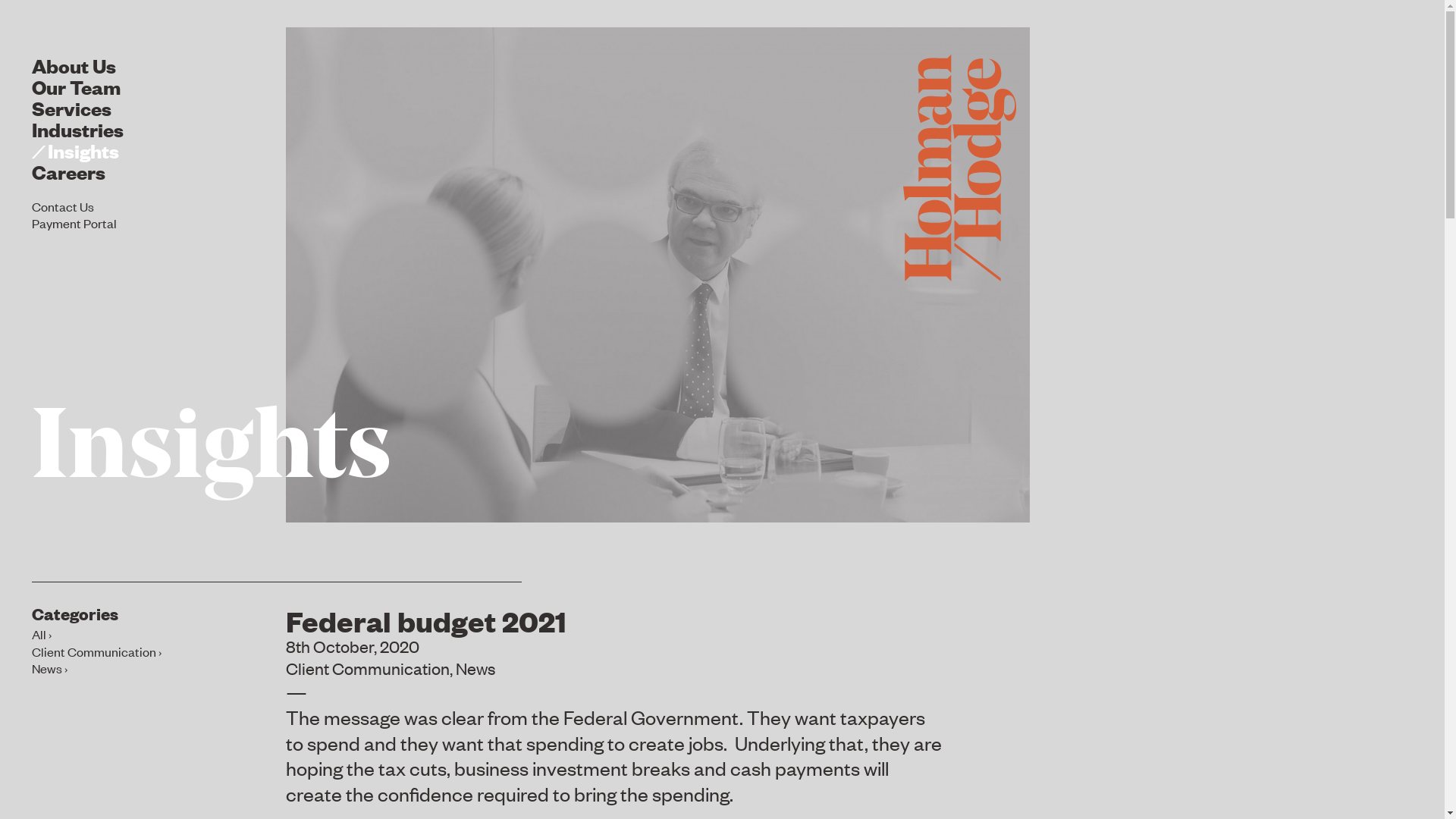 This screenshot has width=1456, height=819. Describe the element at coordinates (32, 222) in the screenshot. I see `'Payment Portal'` at that location.